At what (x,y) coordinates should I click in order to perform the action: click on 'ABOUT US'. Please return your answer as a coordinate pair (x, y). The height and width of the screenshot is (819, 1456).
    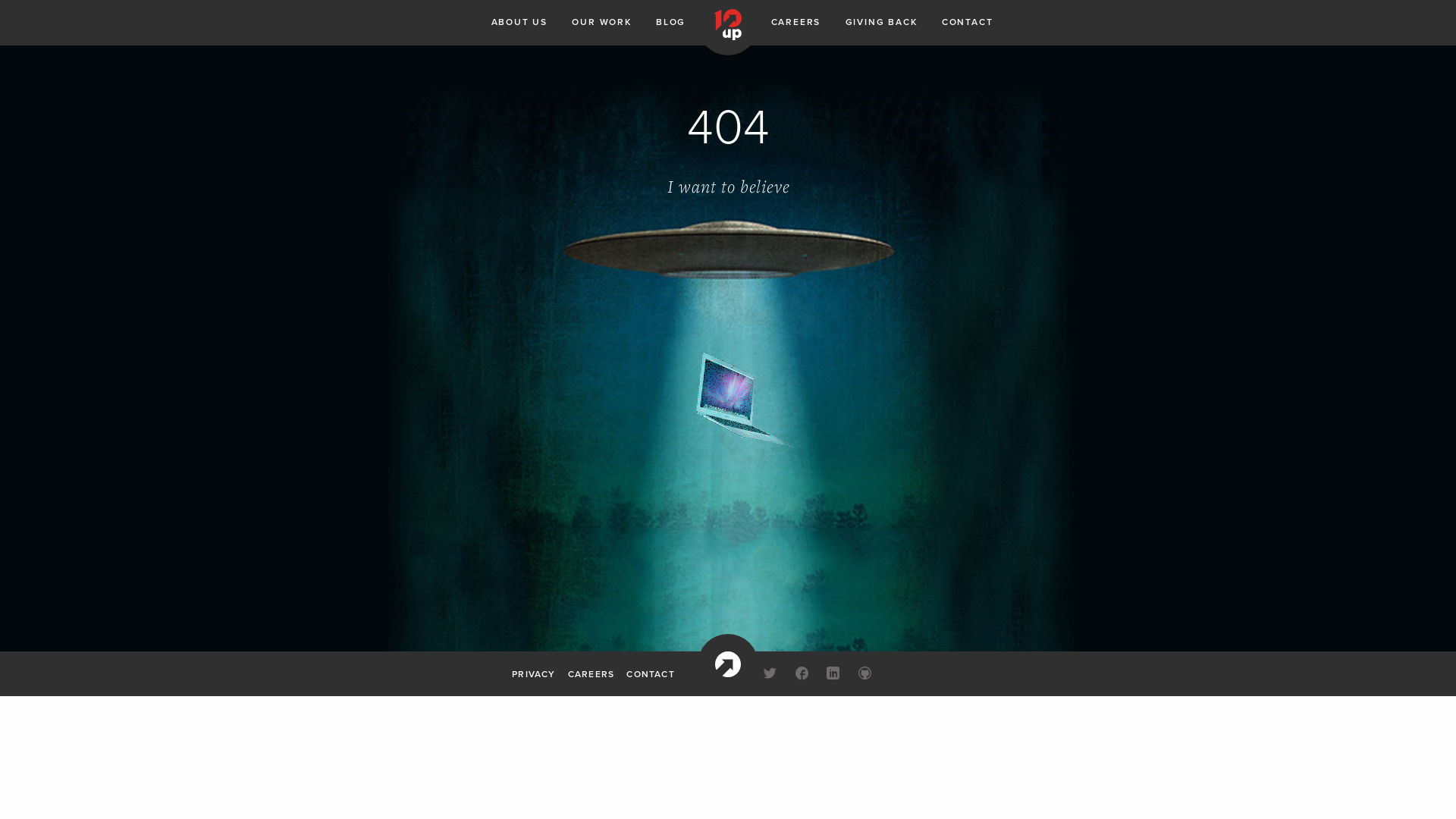
    Looking at the image, I should click on (519, 22).